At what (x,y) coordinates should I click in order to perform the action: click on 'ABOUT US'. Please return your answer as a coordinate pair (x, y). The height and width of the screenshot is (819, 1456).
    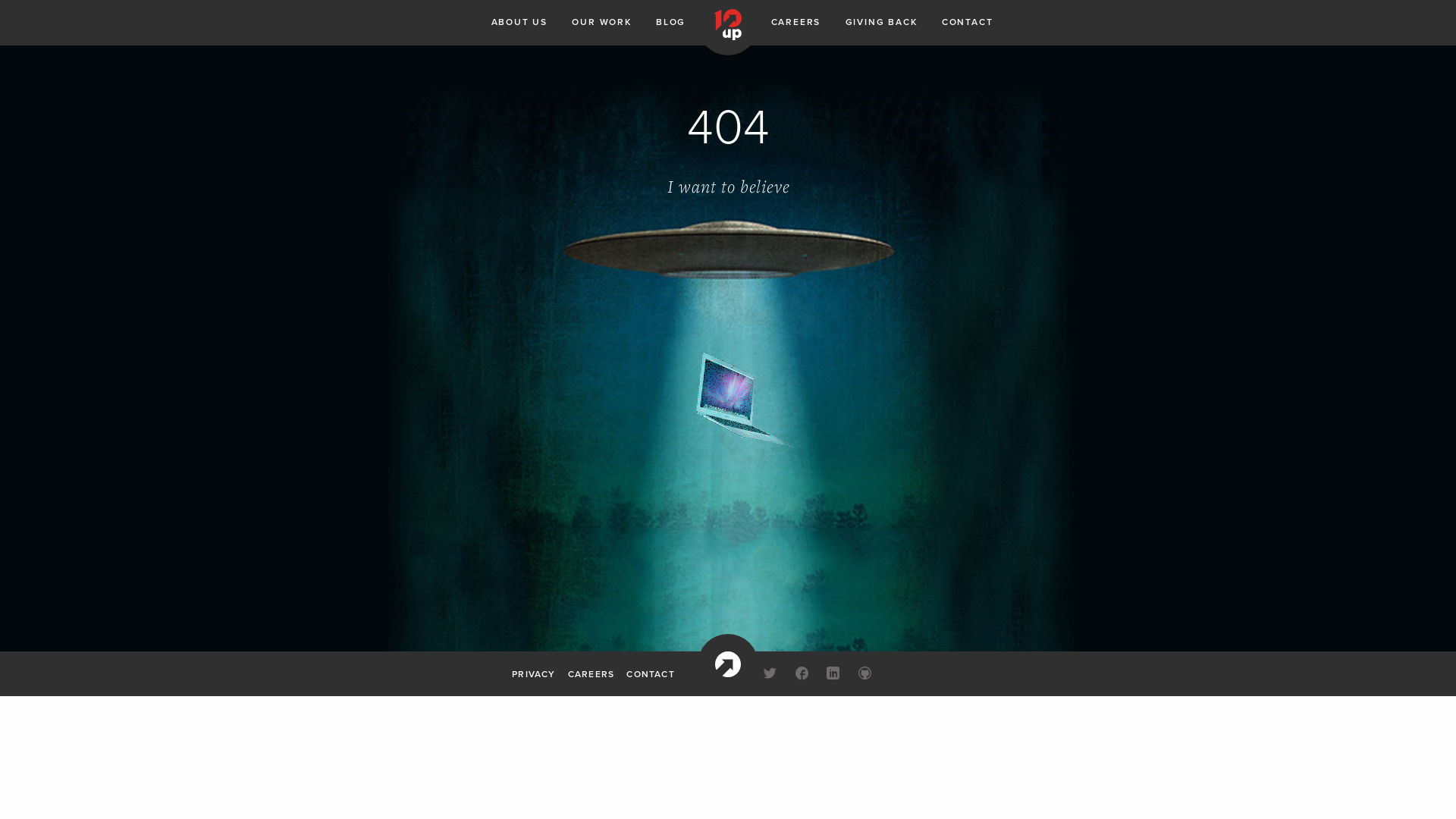
    Looking at the image, I should click on (519, 22).